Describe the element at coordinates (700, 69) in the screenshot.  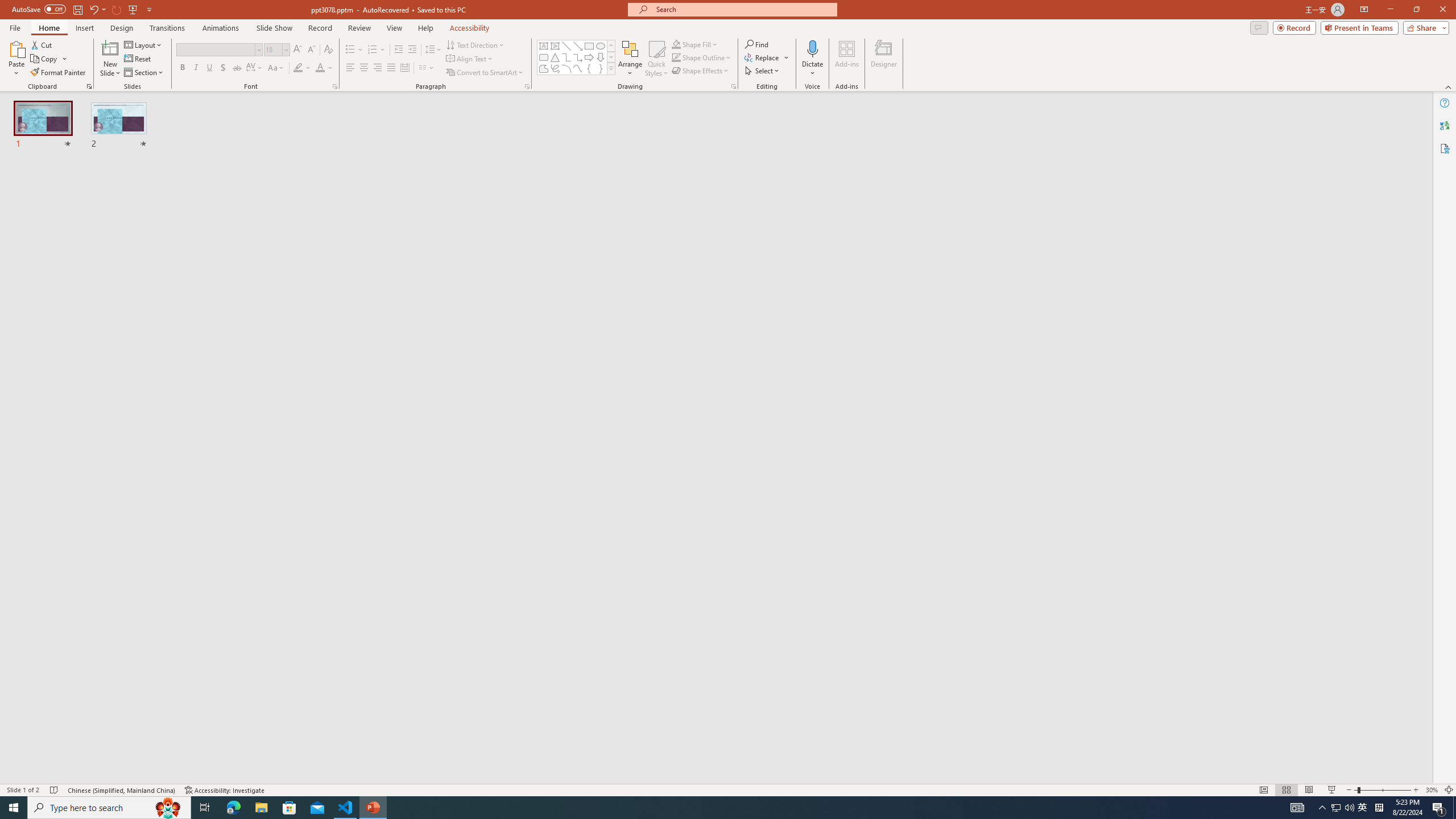
I see `'Shape Effects'` at that location.